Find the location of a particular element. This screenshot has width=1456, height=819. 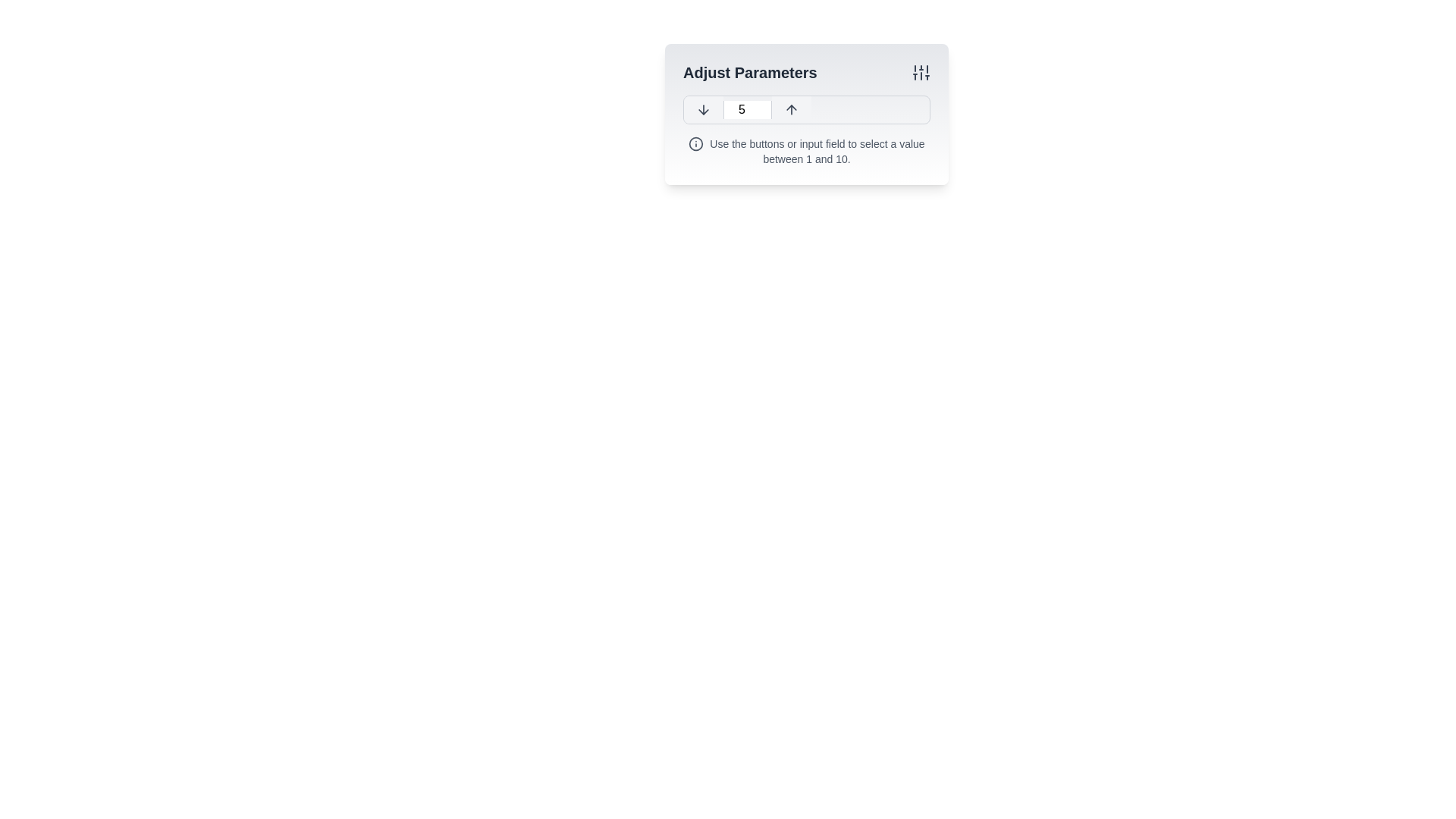

the increment and decrement arrows of the number input control located below the title 'Adjust Parameters' is located at coordinates (806, 109).